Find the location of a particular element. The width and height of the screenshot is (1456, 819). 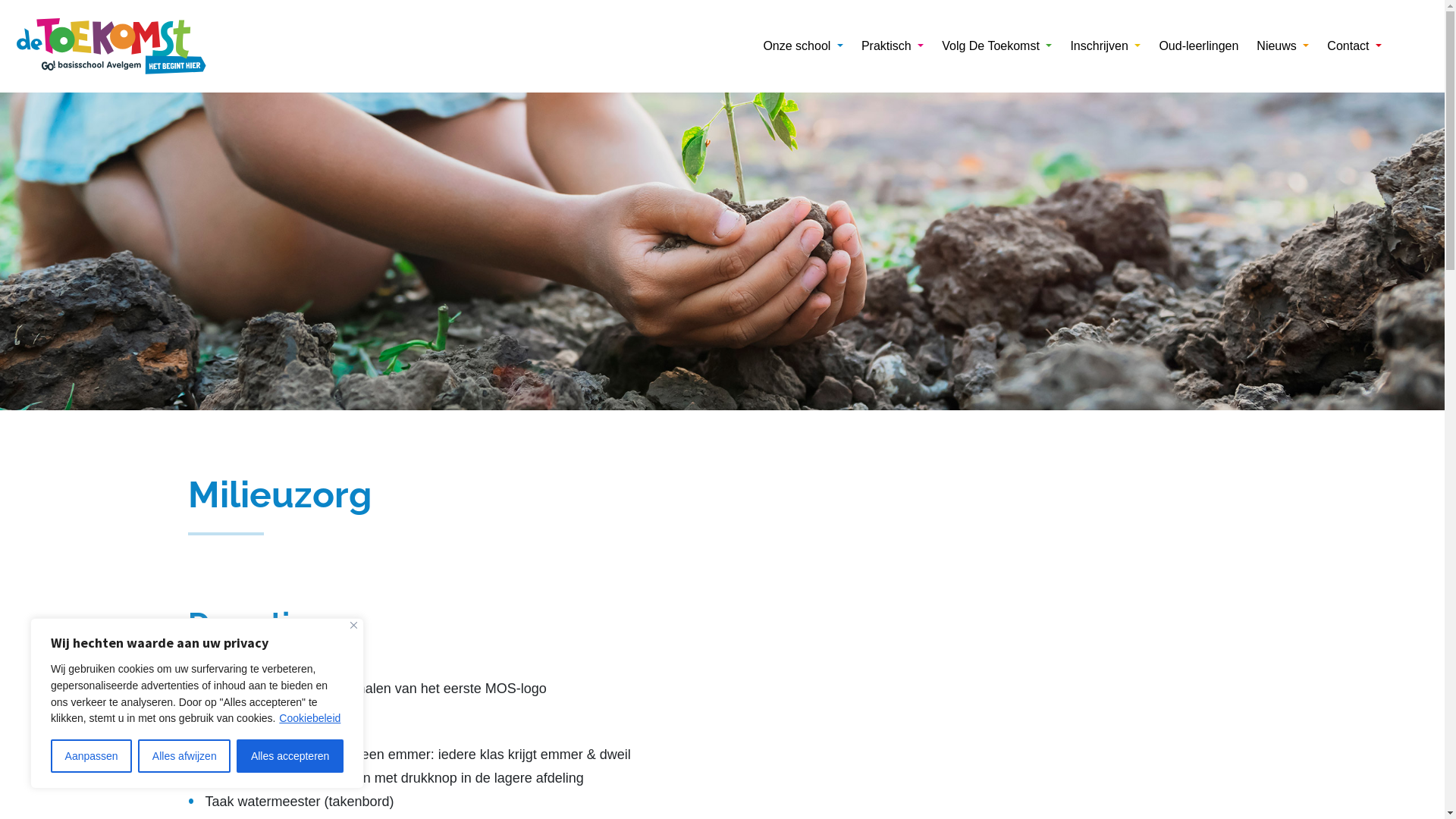

'Inschrijven' is located at coordinates (1105, 45).